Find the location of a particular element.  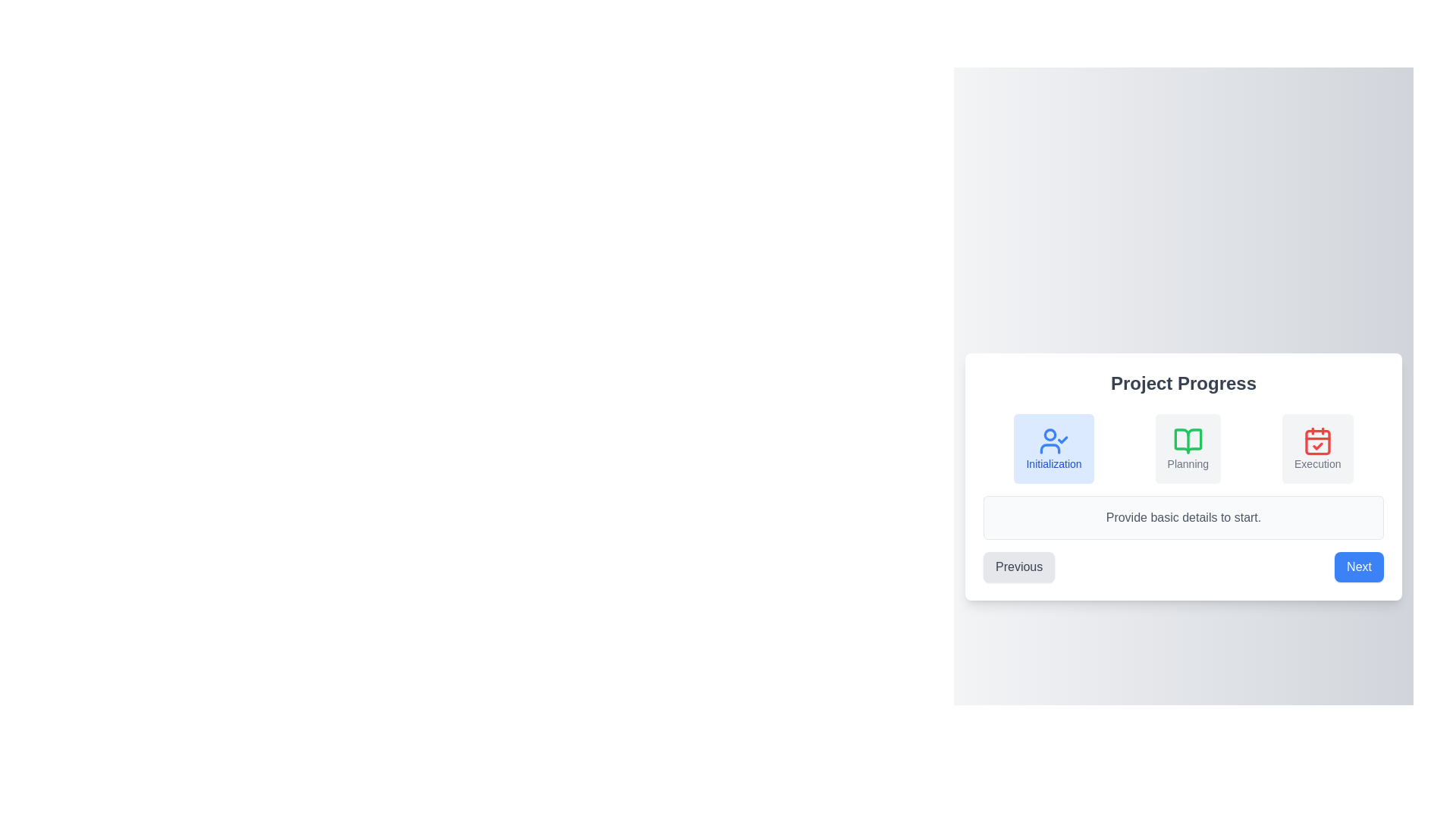

the Previous button to navigate through the steps is located at coordinates (1019, 567).